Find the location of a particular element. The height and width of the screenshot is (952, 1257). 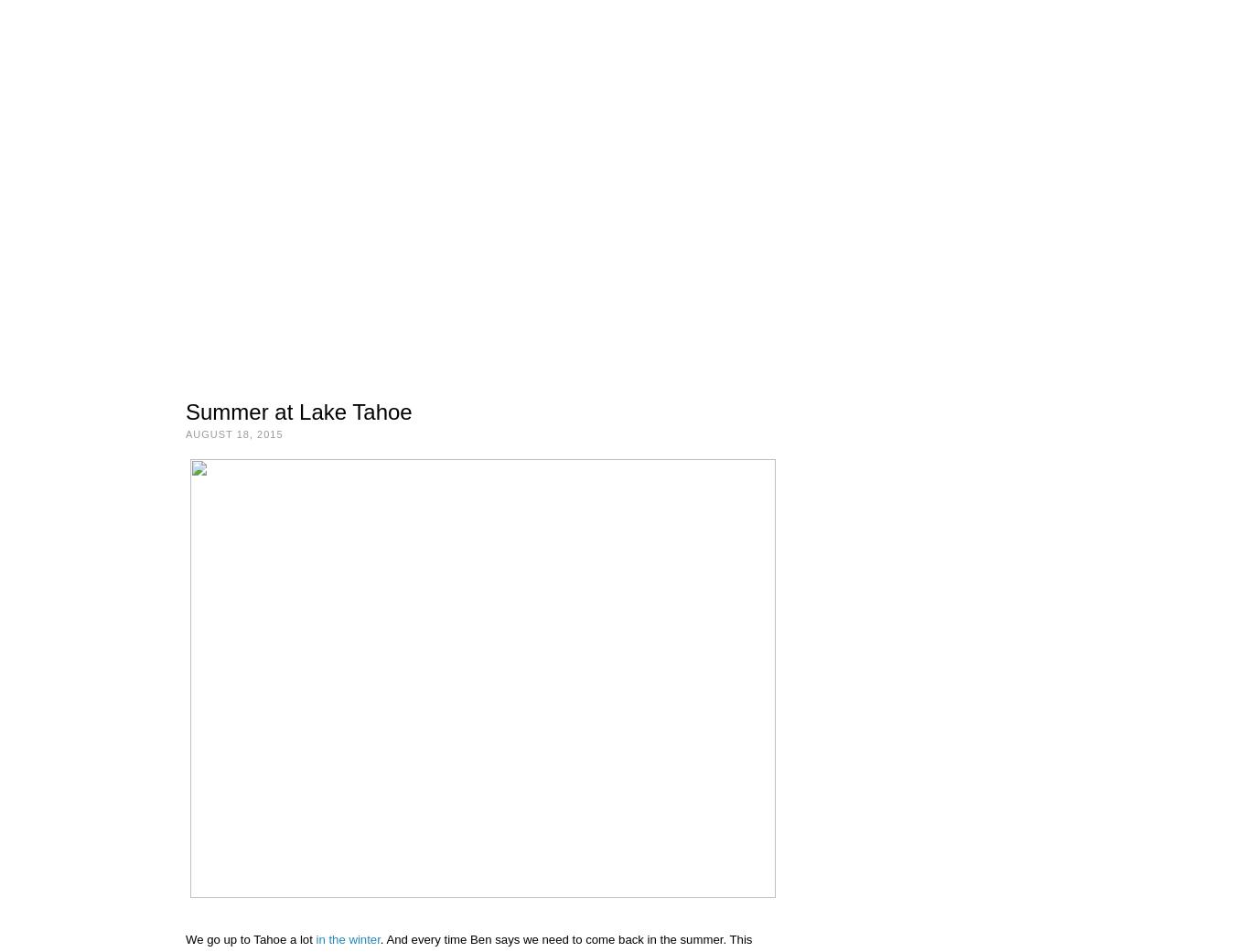

'Motorcycling' is located at coordinates (273, 237).